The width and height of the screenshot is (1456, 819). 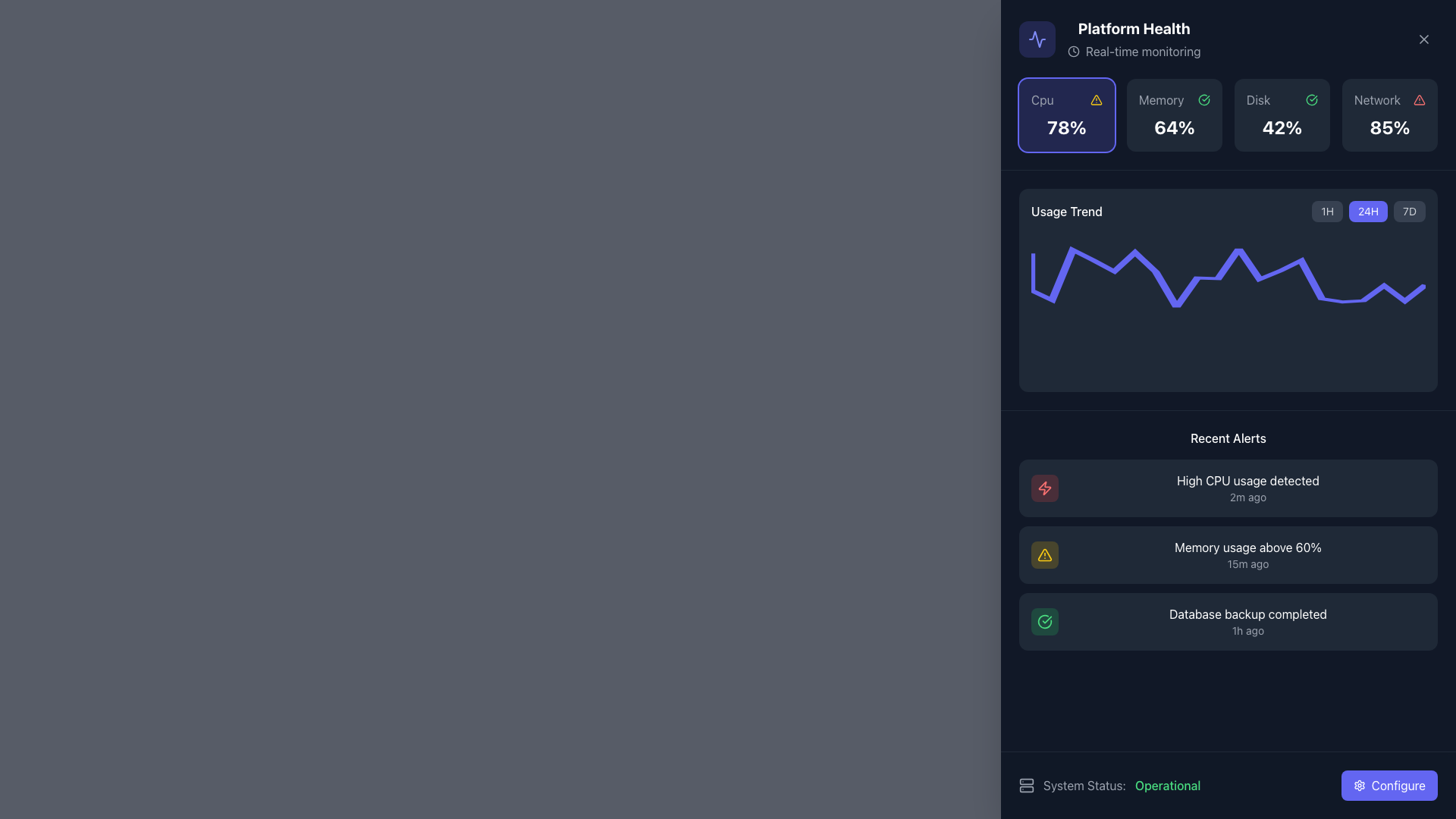 I want to click on the timestamp text label located below the alert 'Memory usage above 60%' in the alert box, which provides the time when the alert was generated, so click(x=1248, y=564).